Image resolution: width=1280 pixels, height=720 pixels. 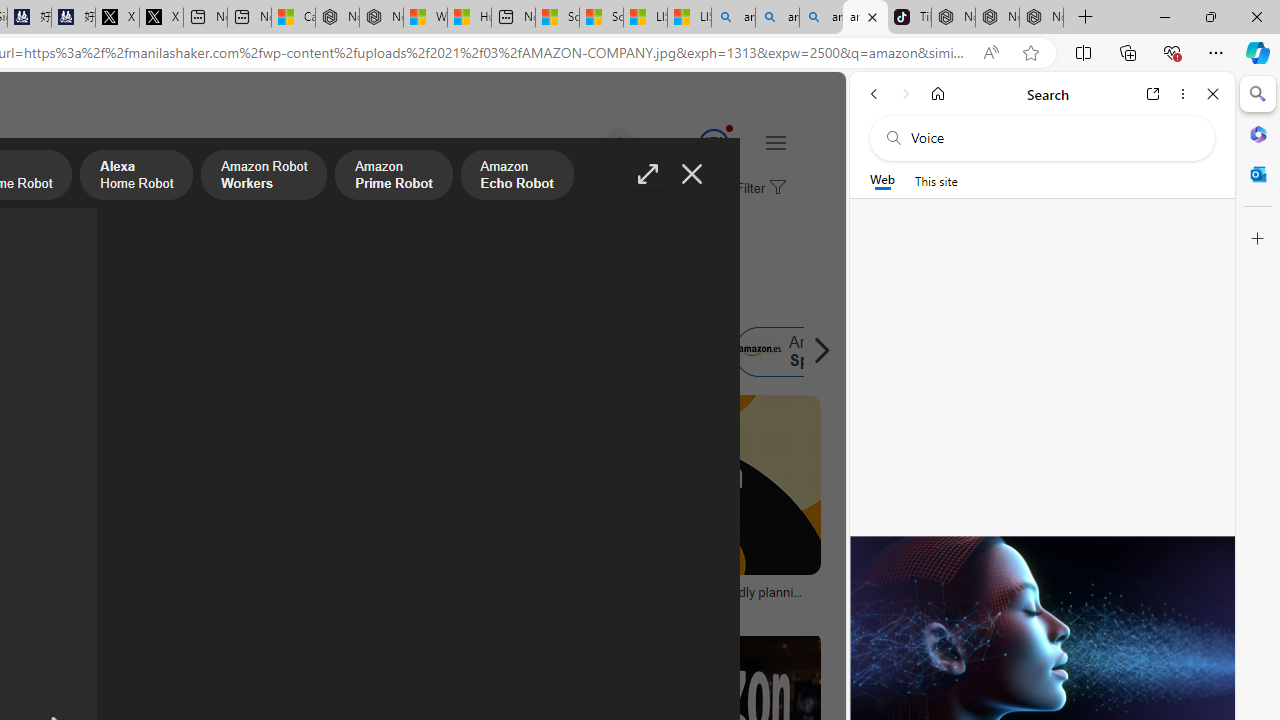 I want to click on 'Amazon Spain', so click(x=758, y=351).